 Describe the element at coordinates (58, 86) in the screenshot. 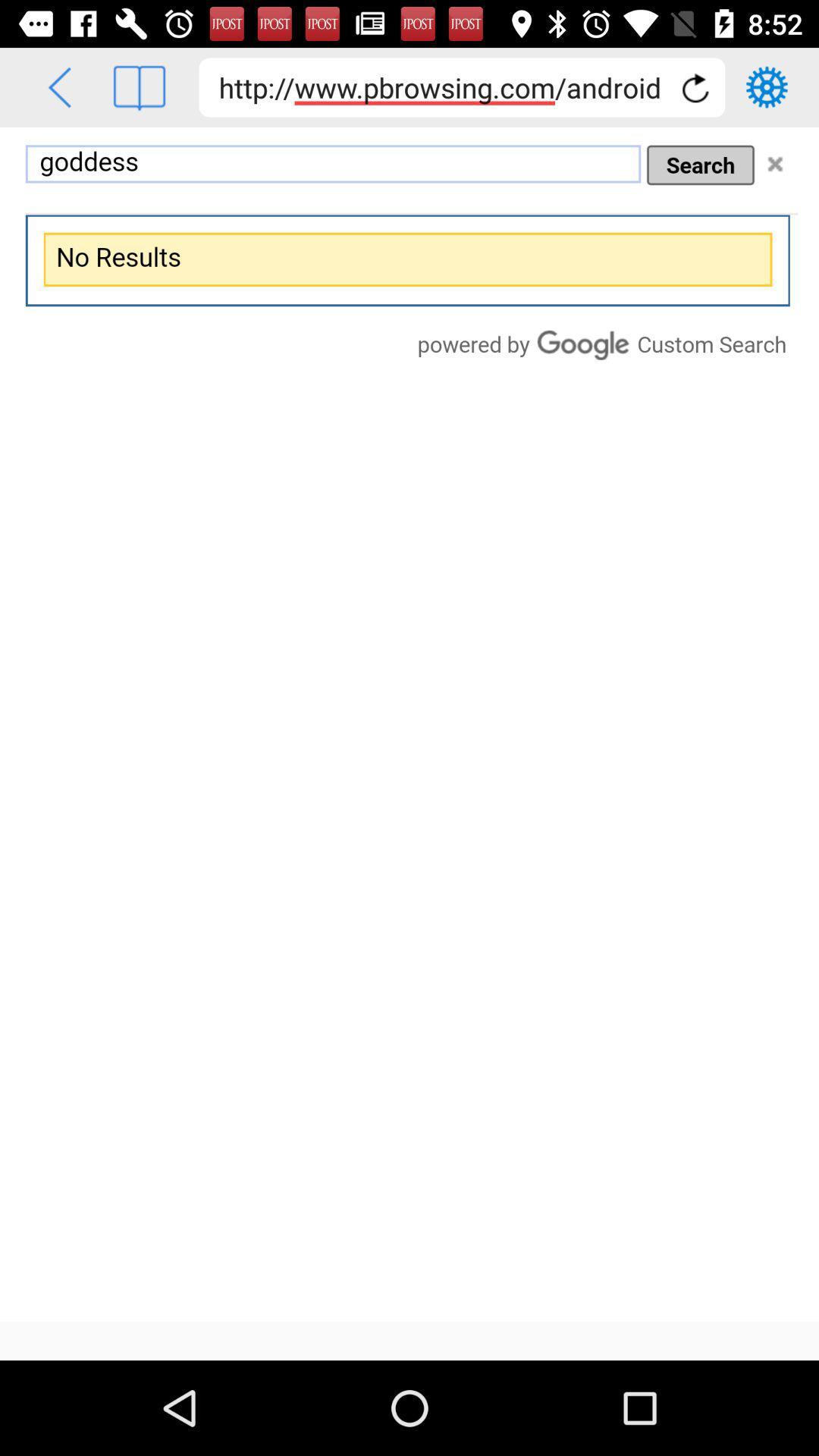

I see `the arrow_backward icon` at that location.